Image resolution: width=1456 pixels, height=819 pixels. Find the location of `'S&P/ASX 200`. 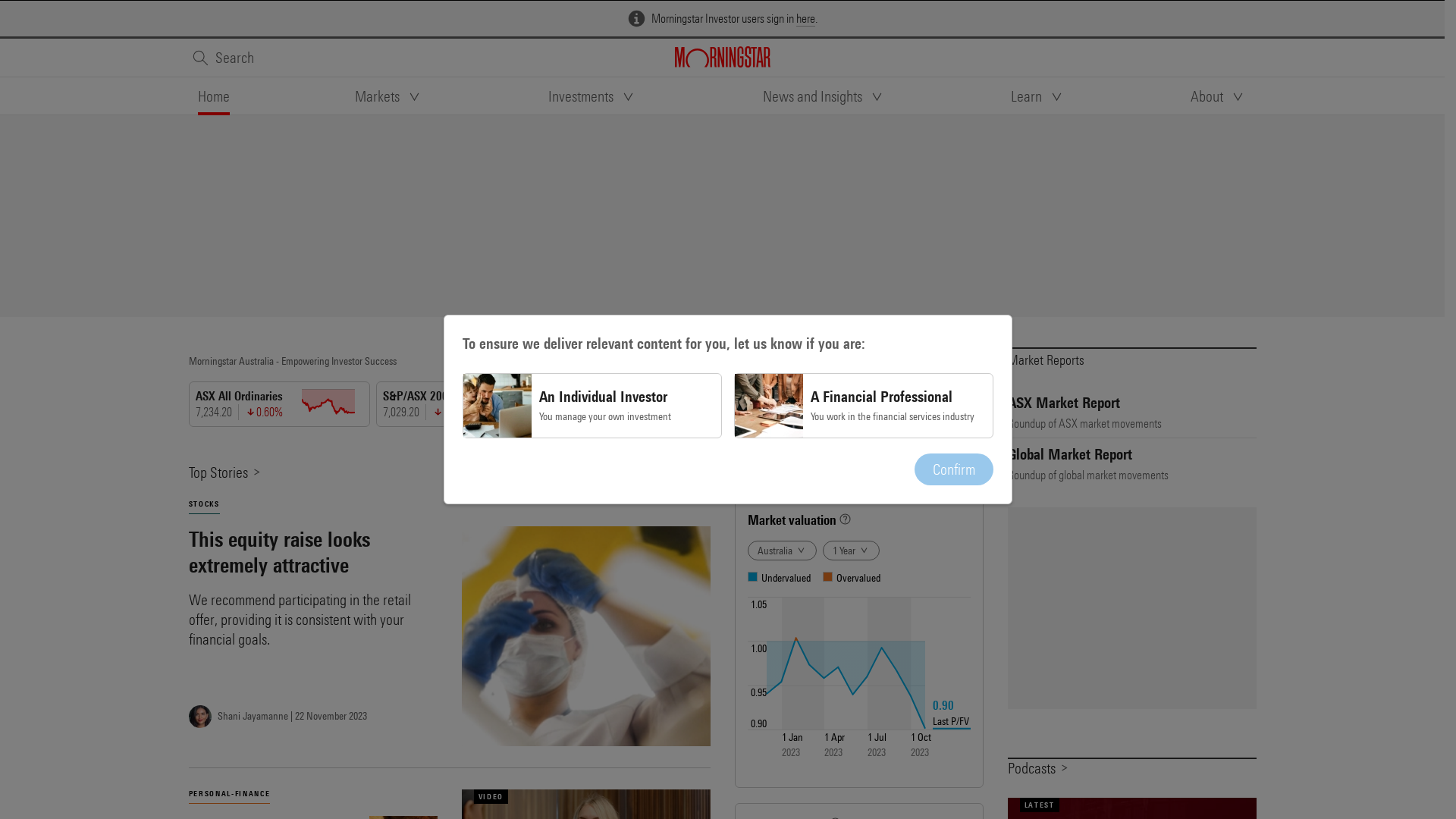

'S&P/ASX 200 is located at coordinates (469, 403).